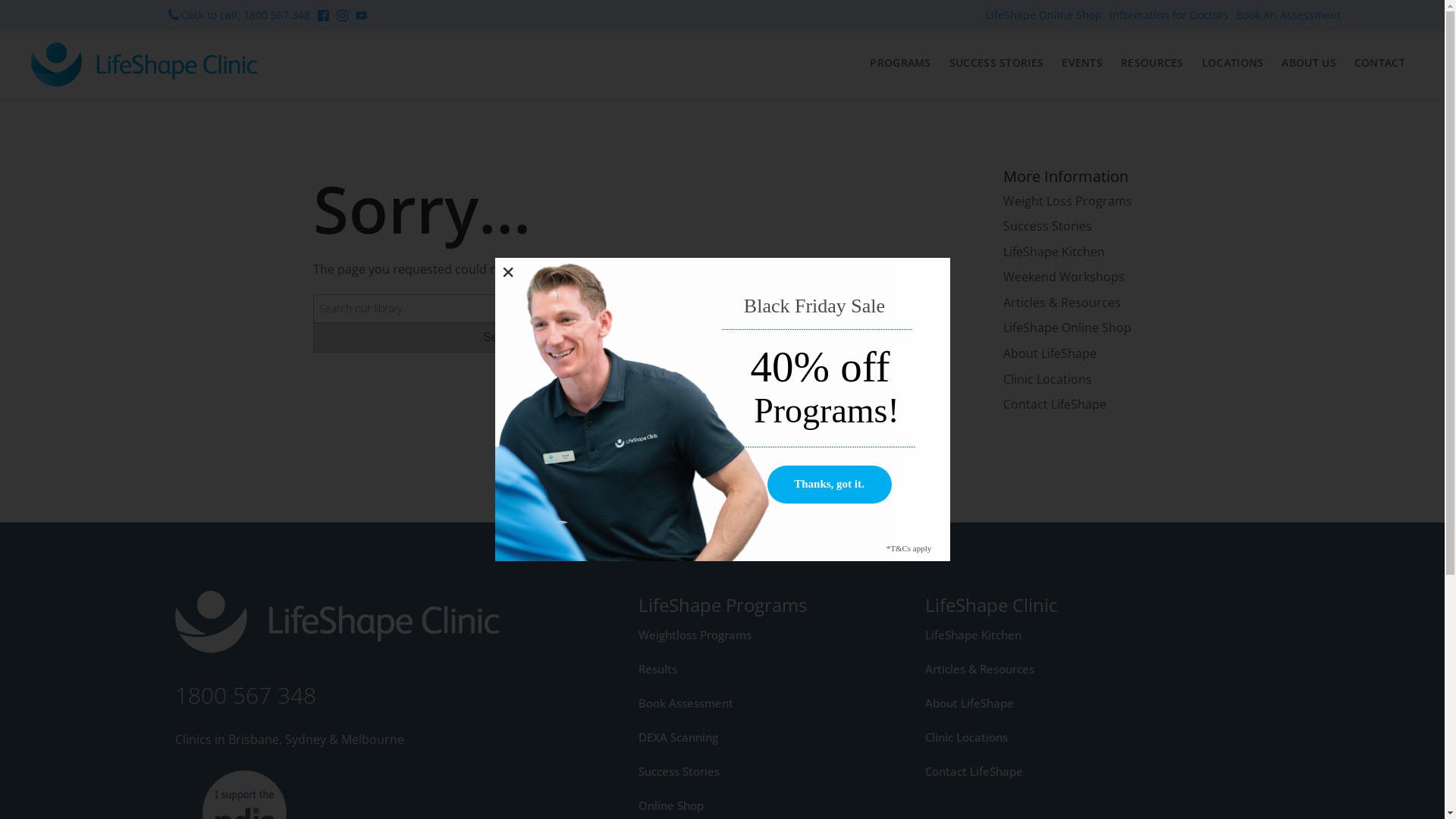  What do you see at coordinates (1046, 227) in the screenshot?
I see `'Success Stories'` at bounding box center [1046, 227].